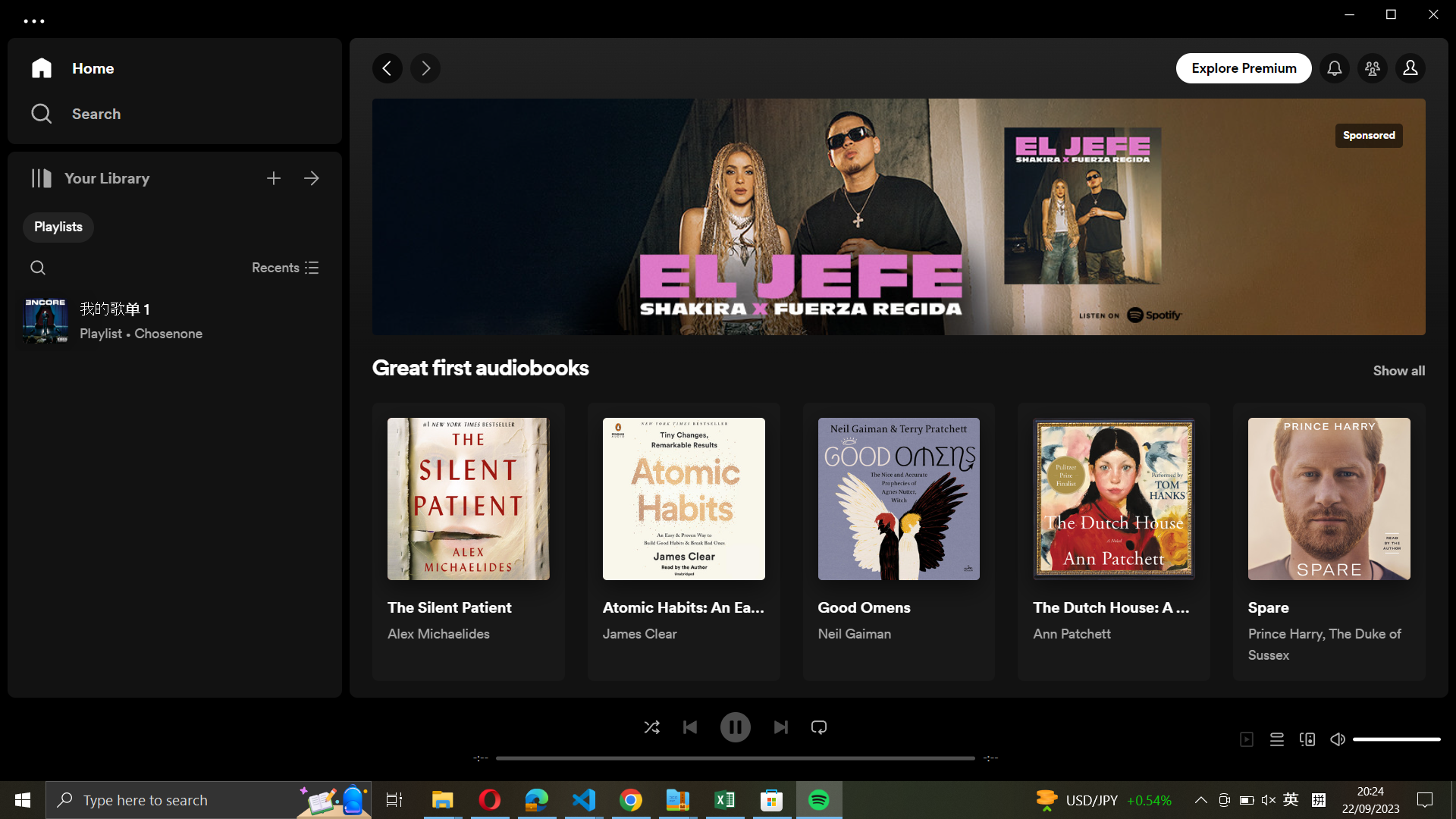  What do you see at coordinates (285, 265) in the screenshot?
I see `Shut down presently running audiobooks` at bounding box center [285, 265].